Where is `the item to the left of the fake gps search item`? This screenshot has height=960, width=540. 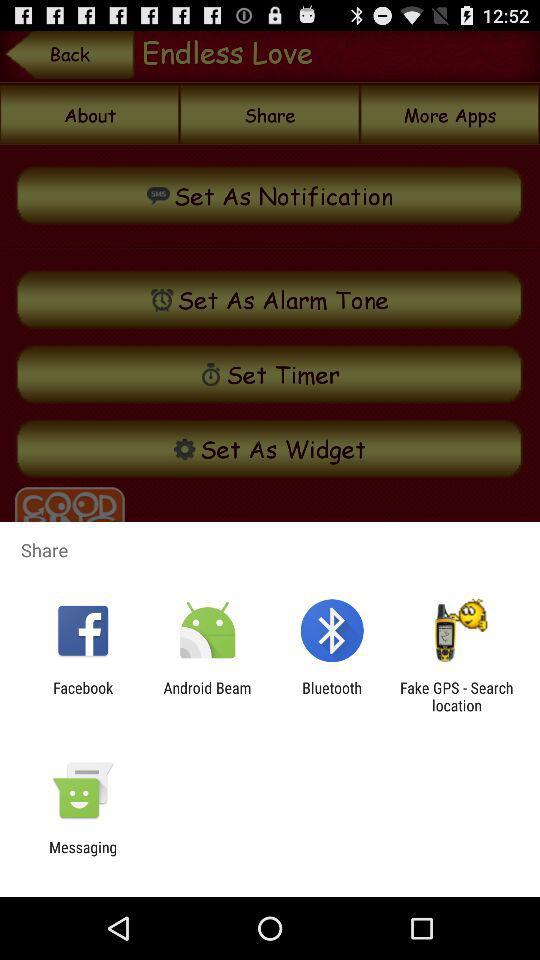
the item to the left of the fake gps search item is located at coordinates (332, 696).